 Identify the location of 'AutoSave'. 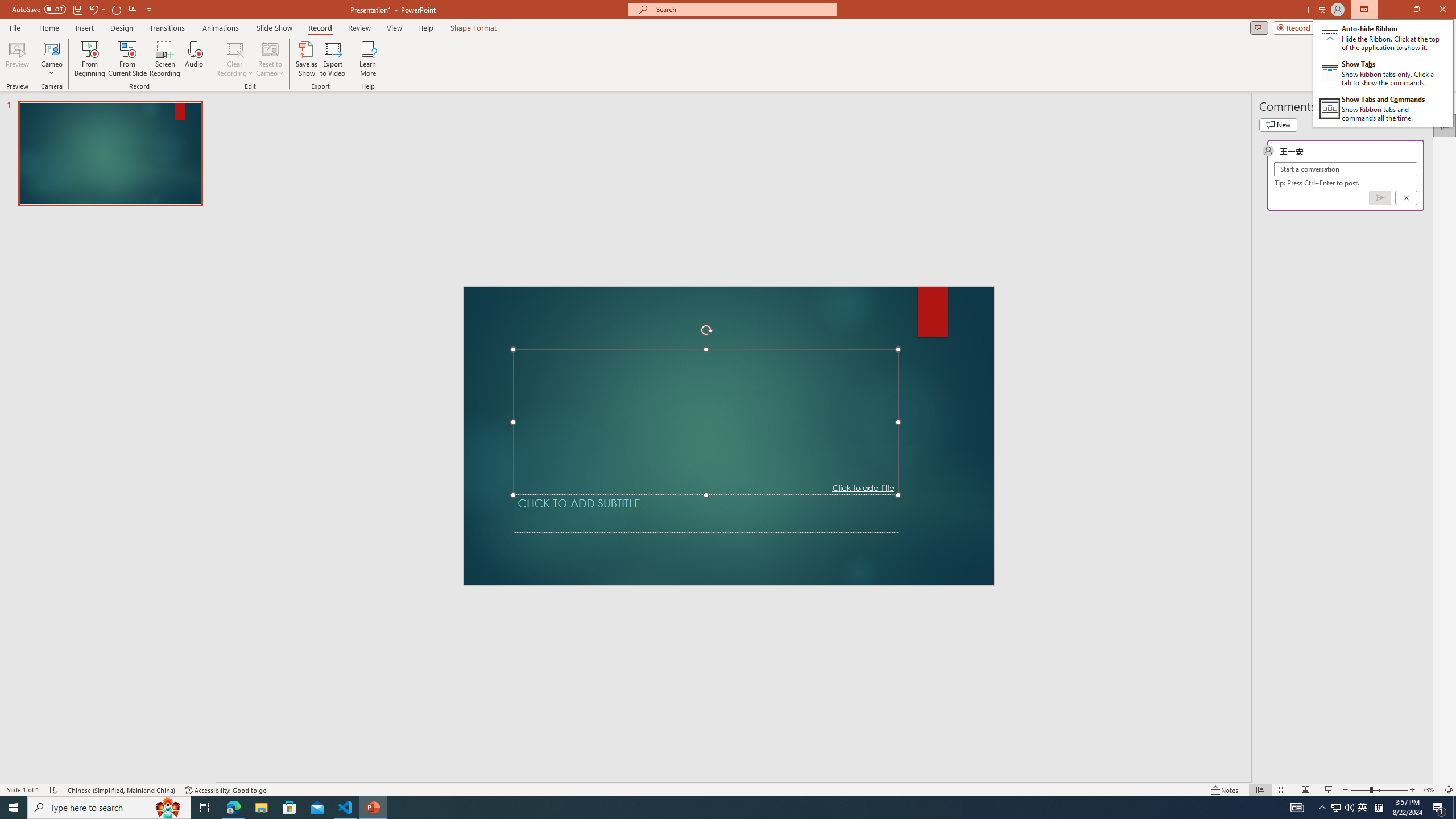
(39, 9).